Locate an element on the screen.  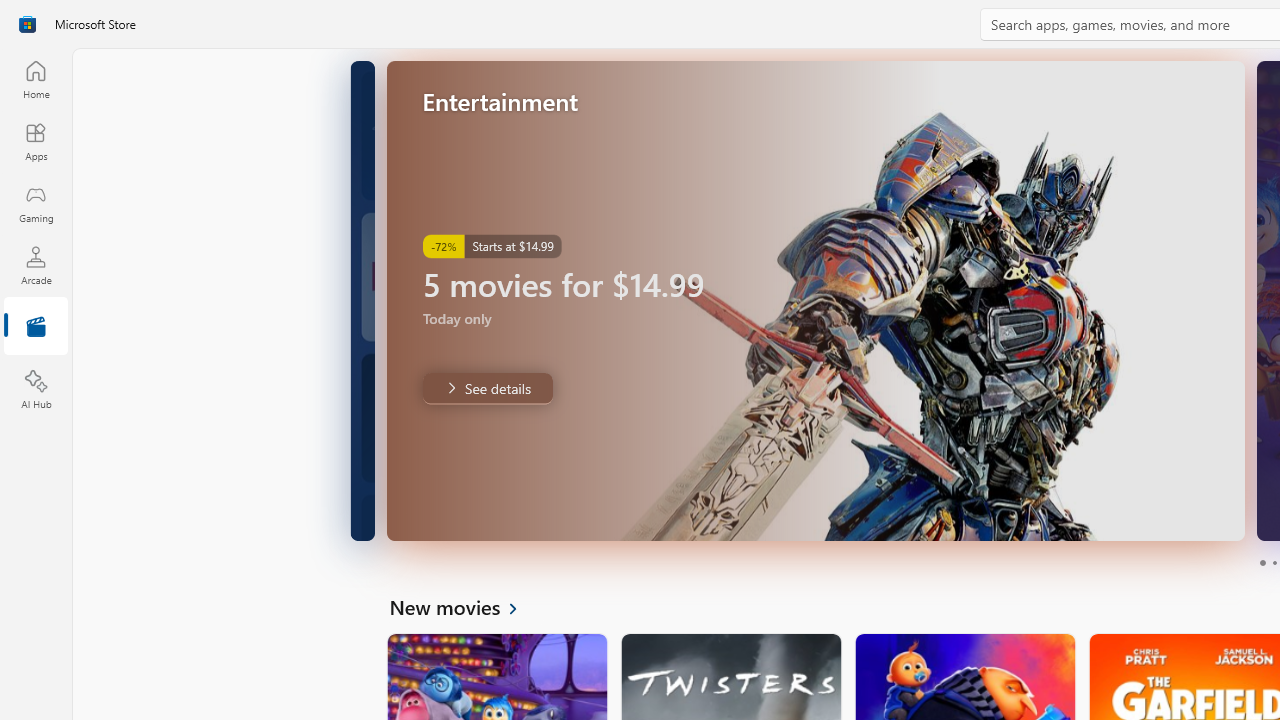
'Gaming' is located at coordinates (35, 203).